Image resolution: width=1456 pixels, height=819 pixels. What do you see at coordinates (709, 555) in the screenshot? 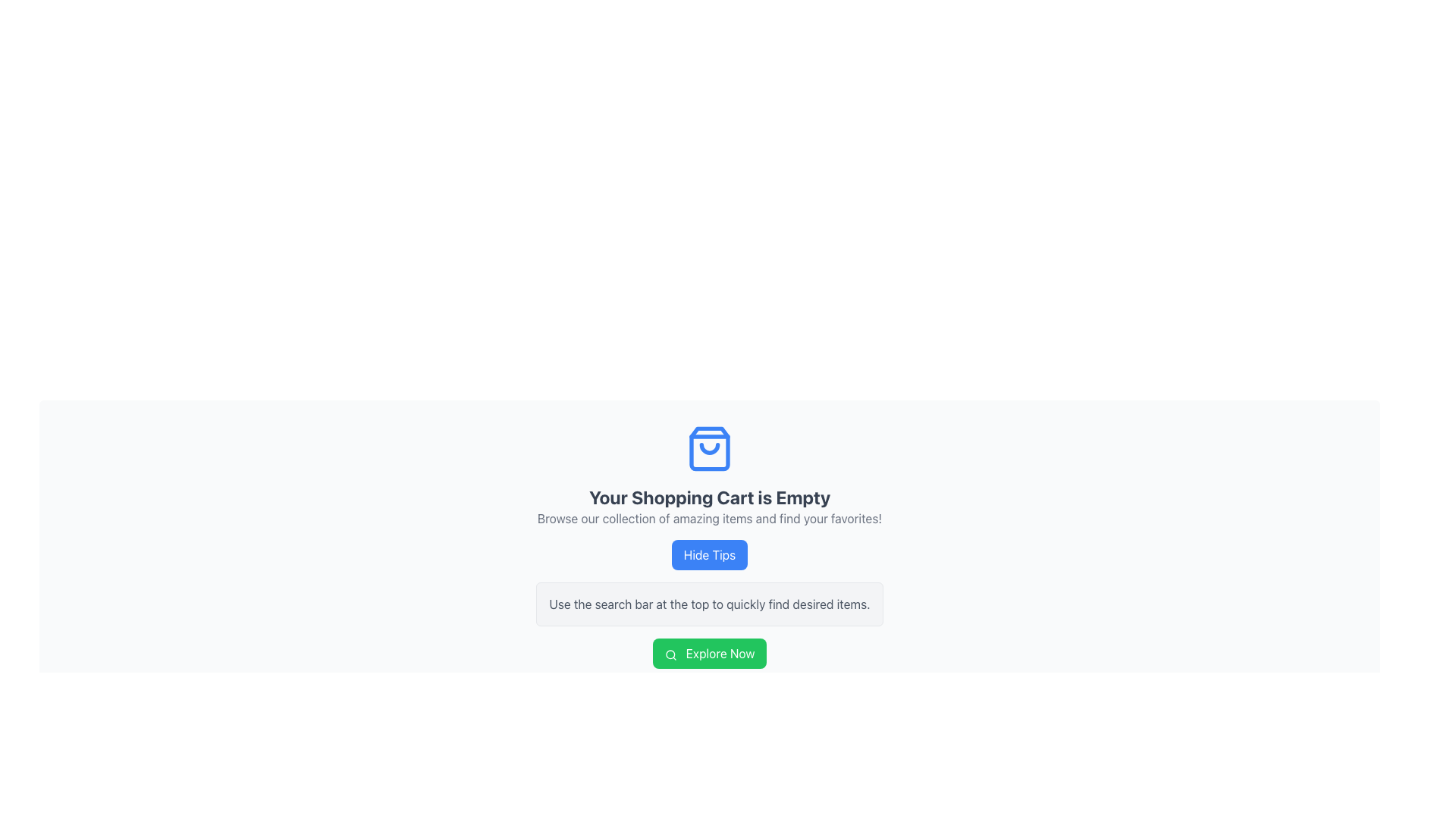
I see `the button that hides the tips section, which is located below the text 'Browse our collection of amazing items and above 'Use the search bar at the top to quickly find desired items.'` at bounding box center [709, 555].